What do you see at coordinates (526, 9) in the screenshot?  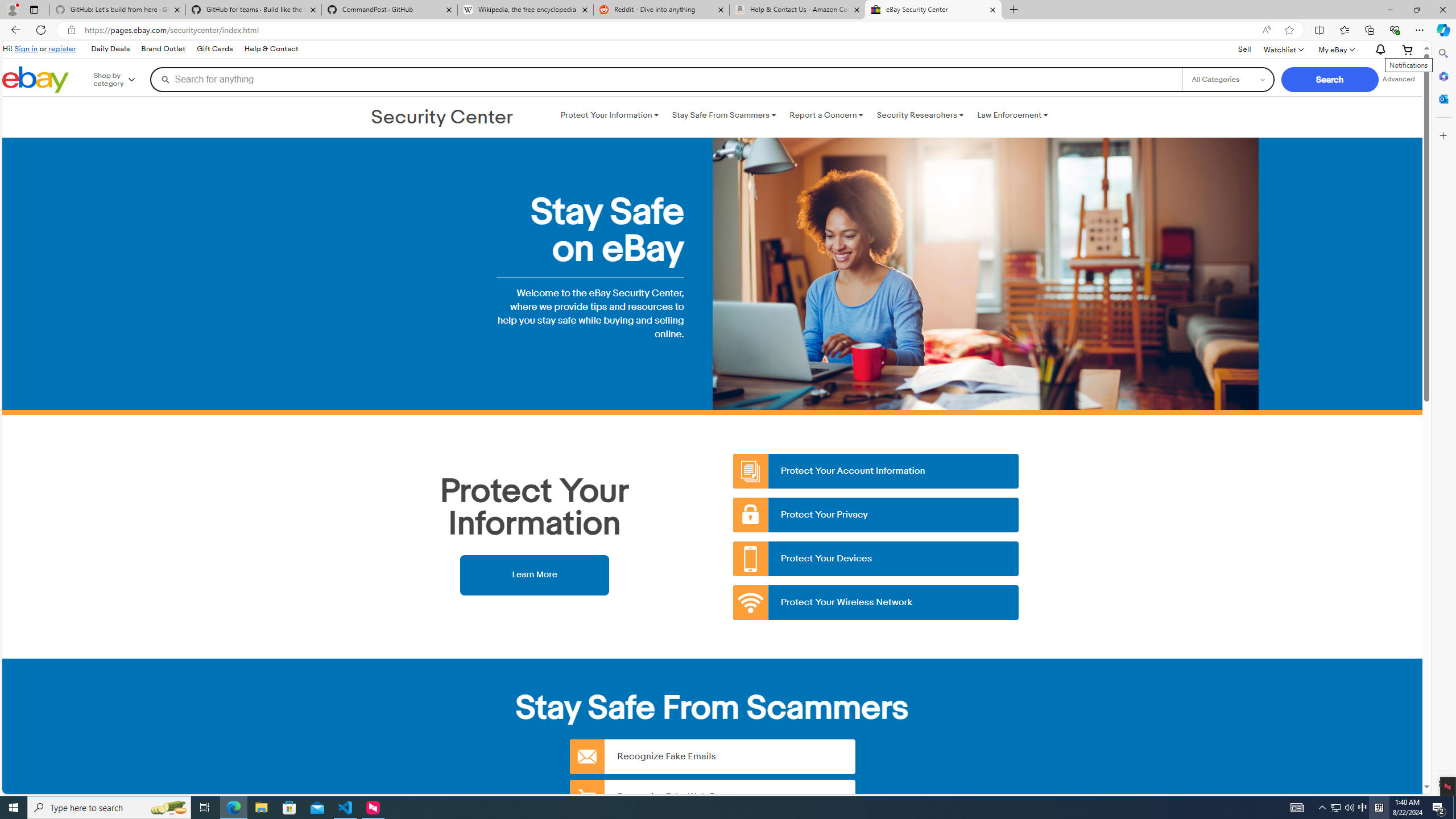 I see `'Wikipedia, the free encyclopedia'` at bounding box center [526, 9].